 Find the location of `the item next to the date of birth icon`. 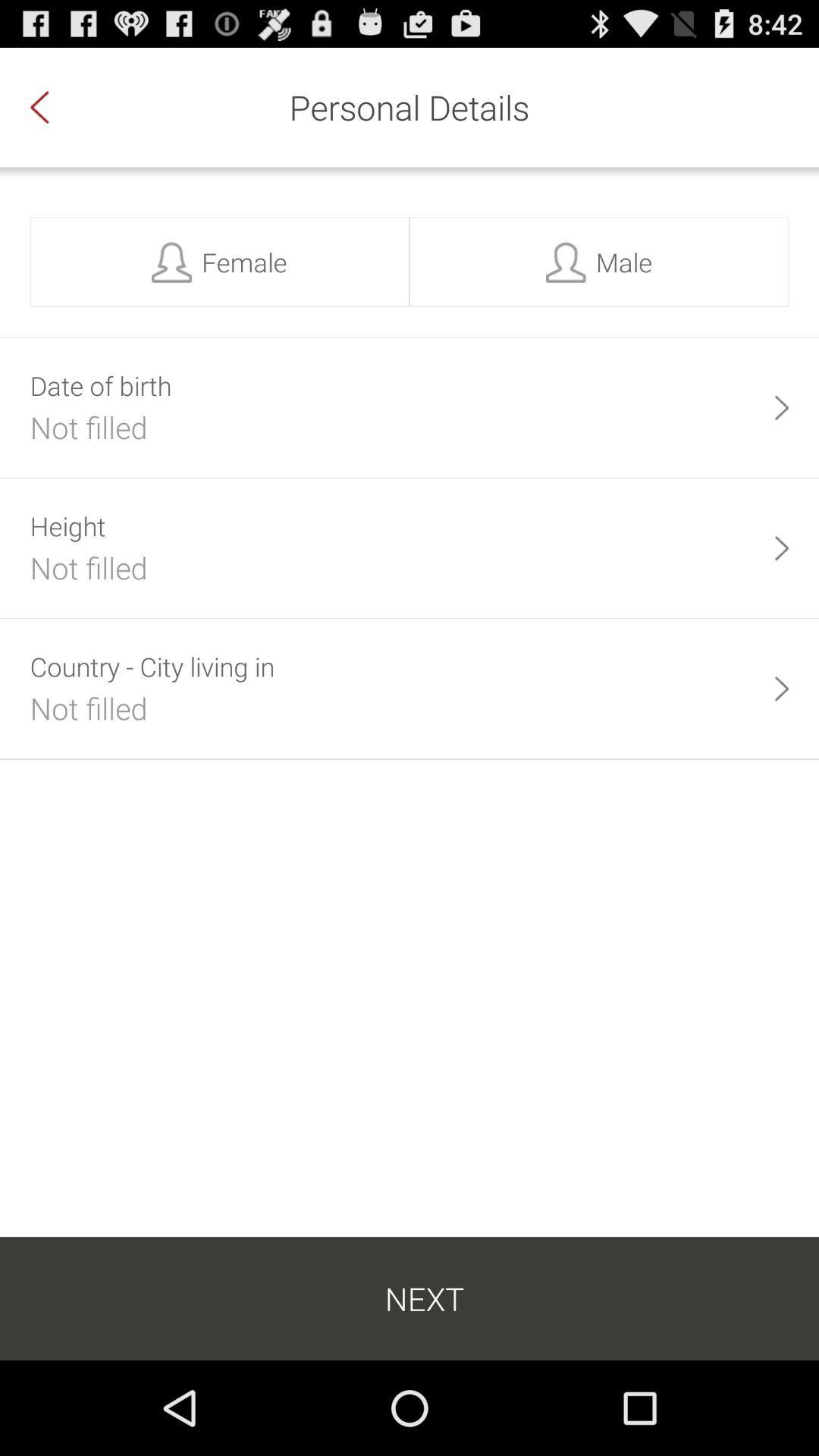

the item next to the date of birth icon is located at coordinates (781, 407).